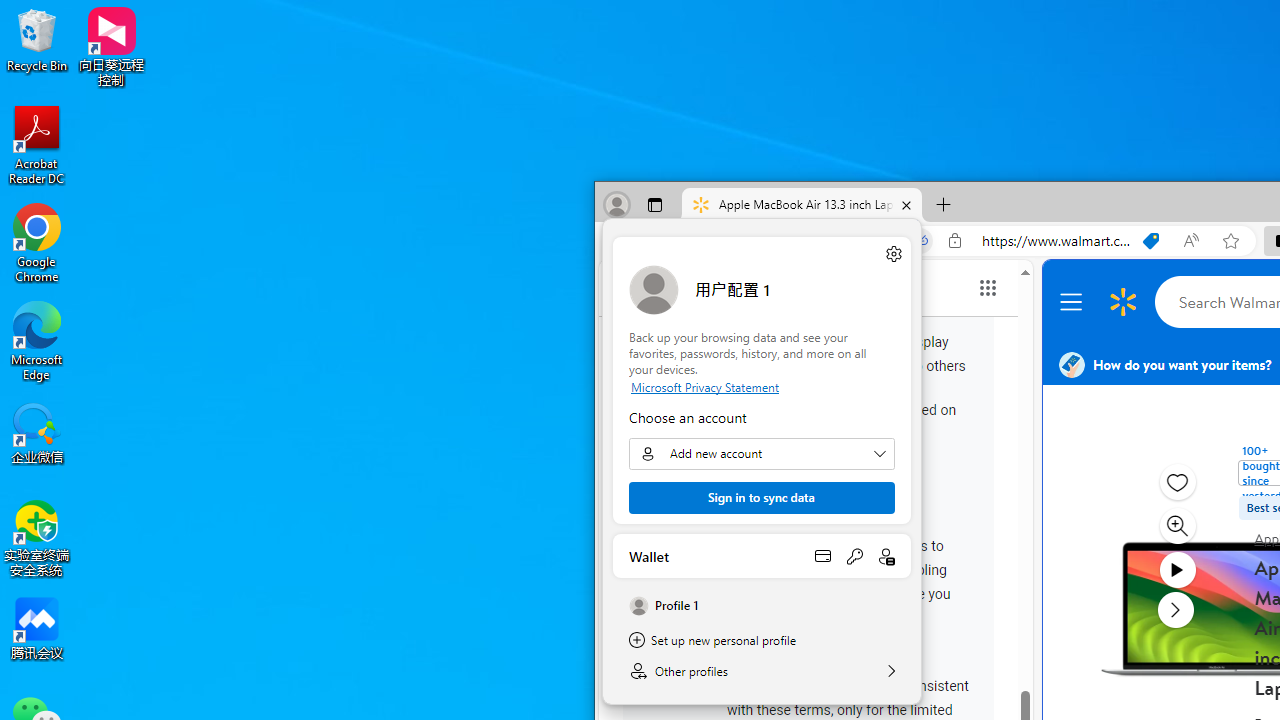 This screenshot has width=1280, height=720. Describe the element at coordinates (822, 555) in the screenshot. I see `'Open payment methods'` at that location.